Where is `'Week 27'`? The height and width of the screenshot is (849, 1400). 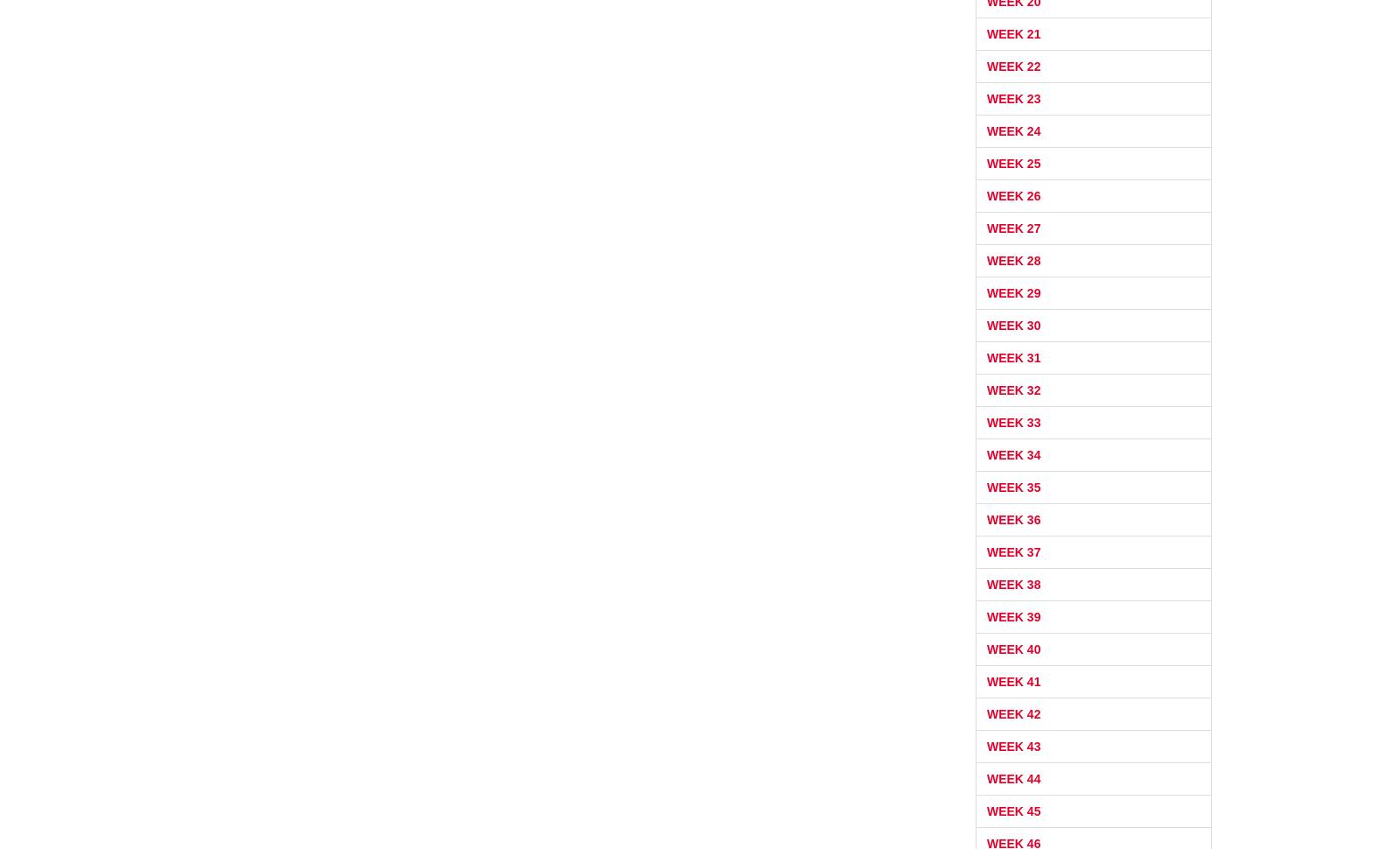
'Week 27' is located at coordinates (1013, 226).